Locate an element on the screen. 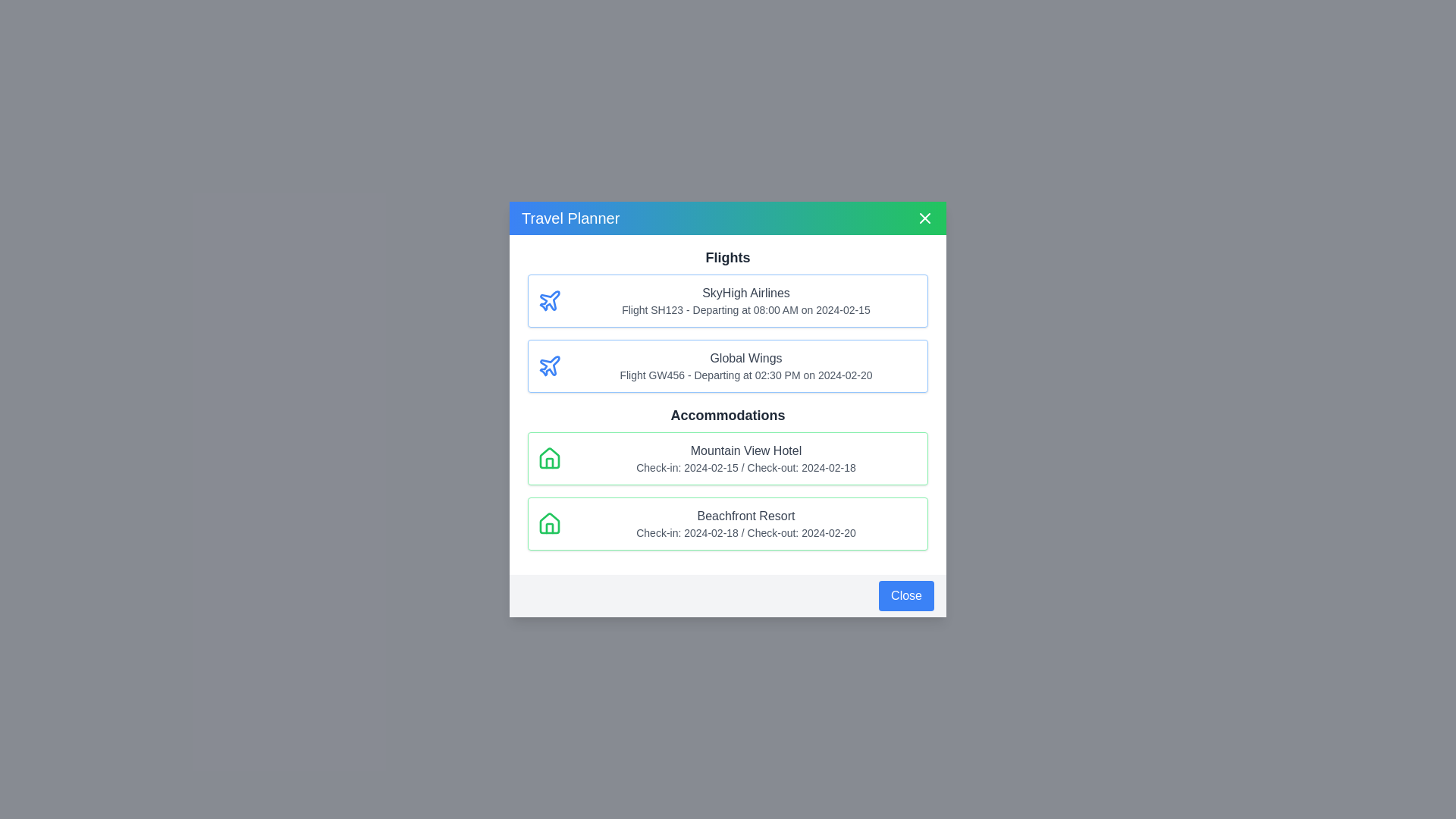  the close button represented by an 'X' icon with a modern outline over a green background, located in the top-right corner of the 'Travel Planner' modal is located at coordinates (924, 218).